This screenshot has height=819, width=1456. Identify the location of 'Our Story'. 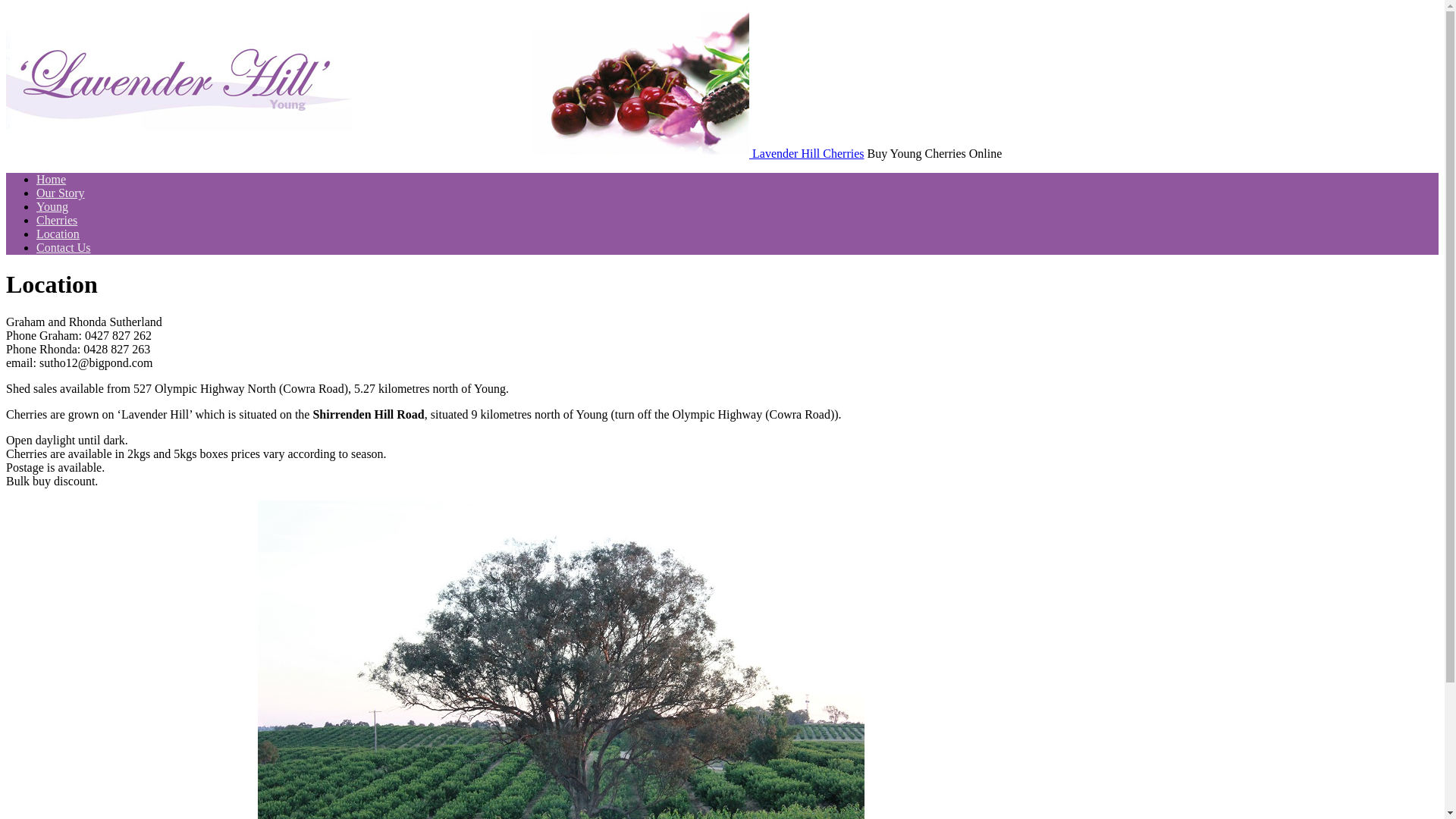
(61, 192).